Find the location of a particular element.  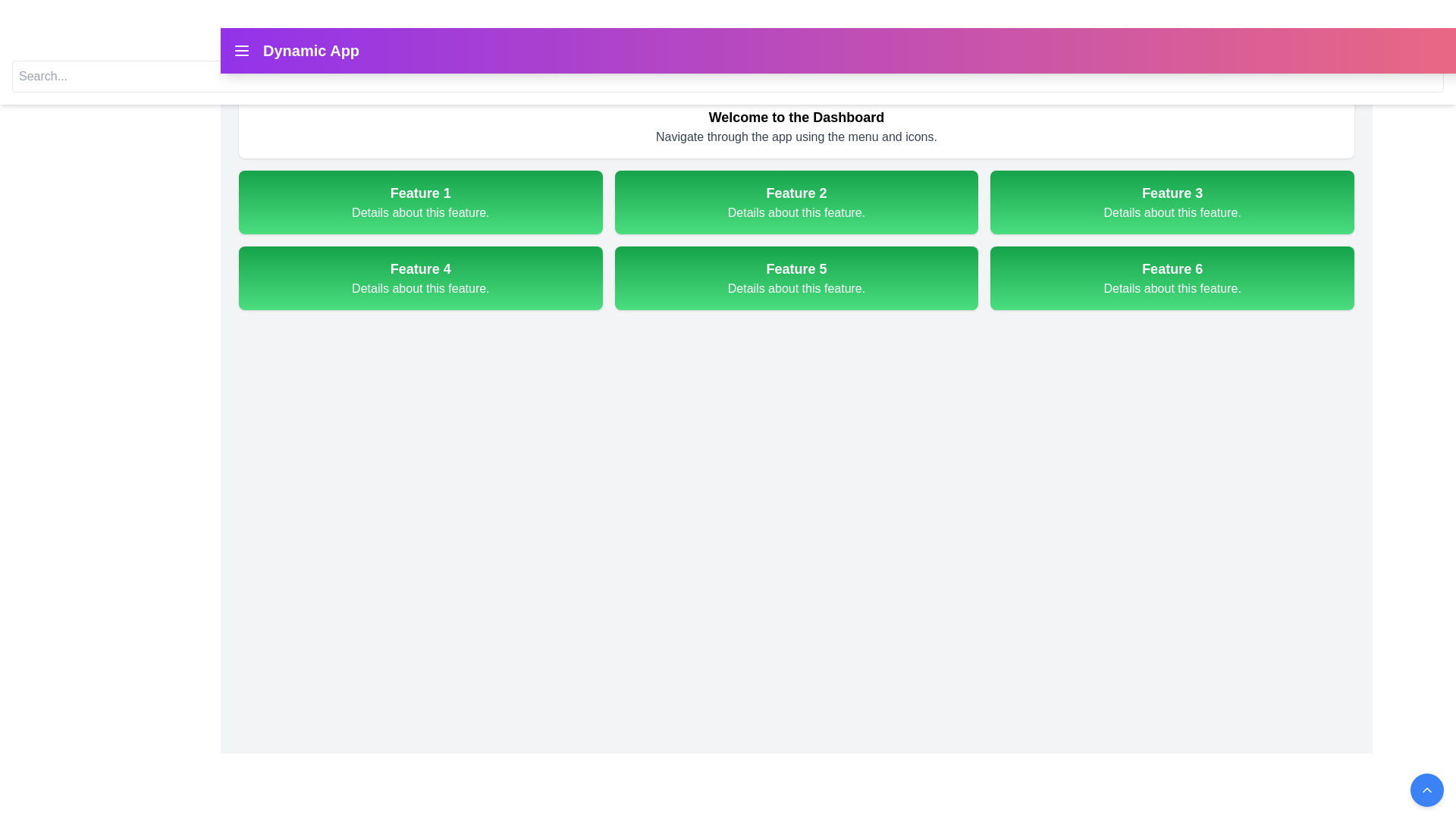

the non-interactive descriptive element displaying information about 'Feature 3', which is the third item in the first row of a grid layout is located at coordinates (1172, 201).